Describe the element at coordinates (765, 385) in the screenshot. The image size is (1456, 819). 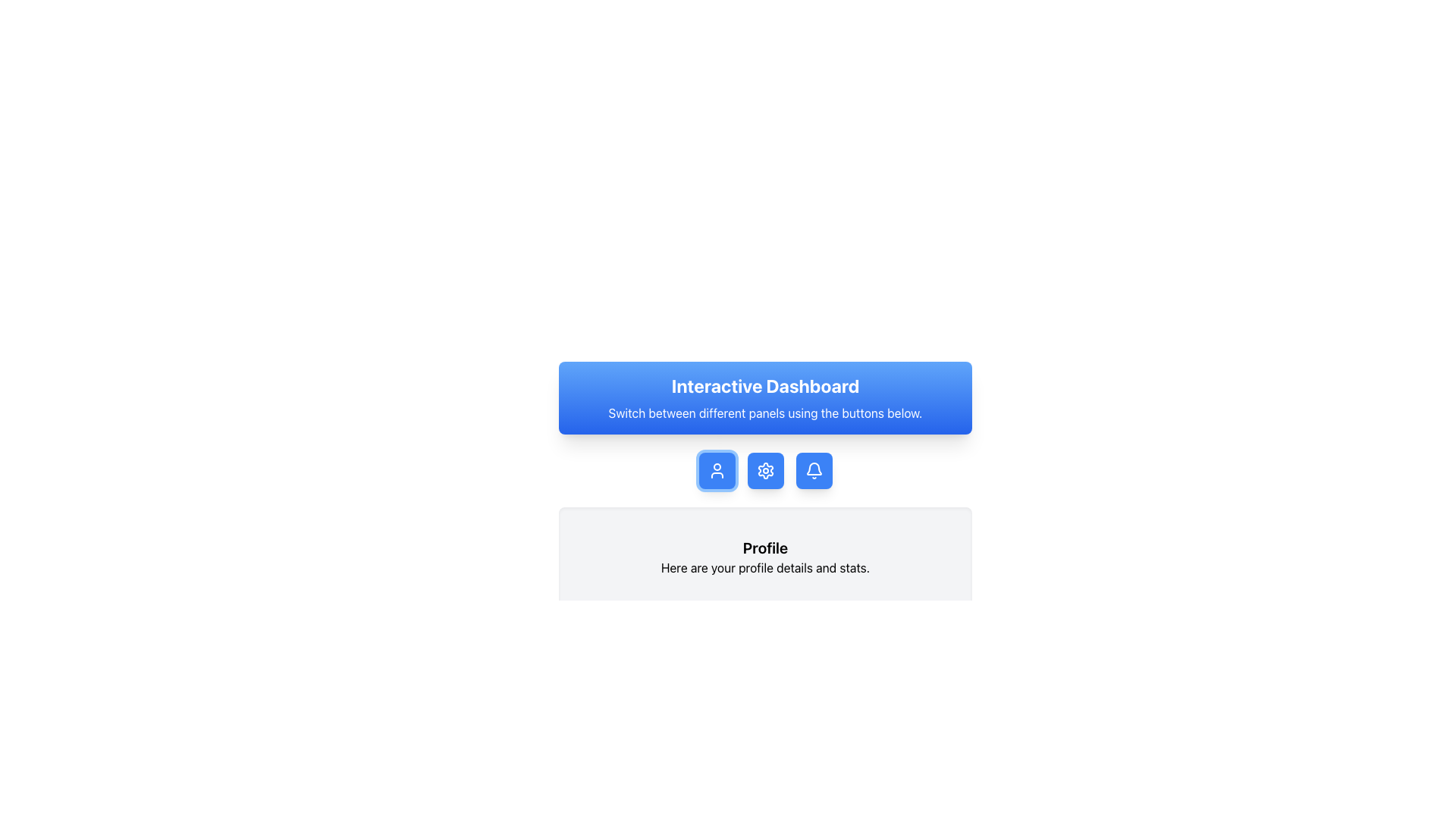
I see `the heading title located at the top center of the blue rounded rectangle, above the subtitle 'Switch between different panels using the buttons below.'` at that location.